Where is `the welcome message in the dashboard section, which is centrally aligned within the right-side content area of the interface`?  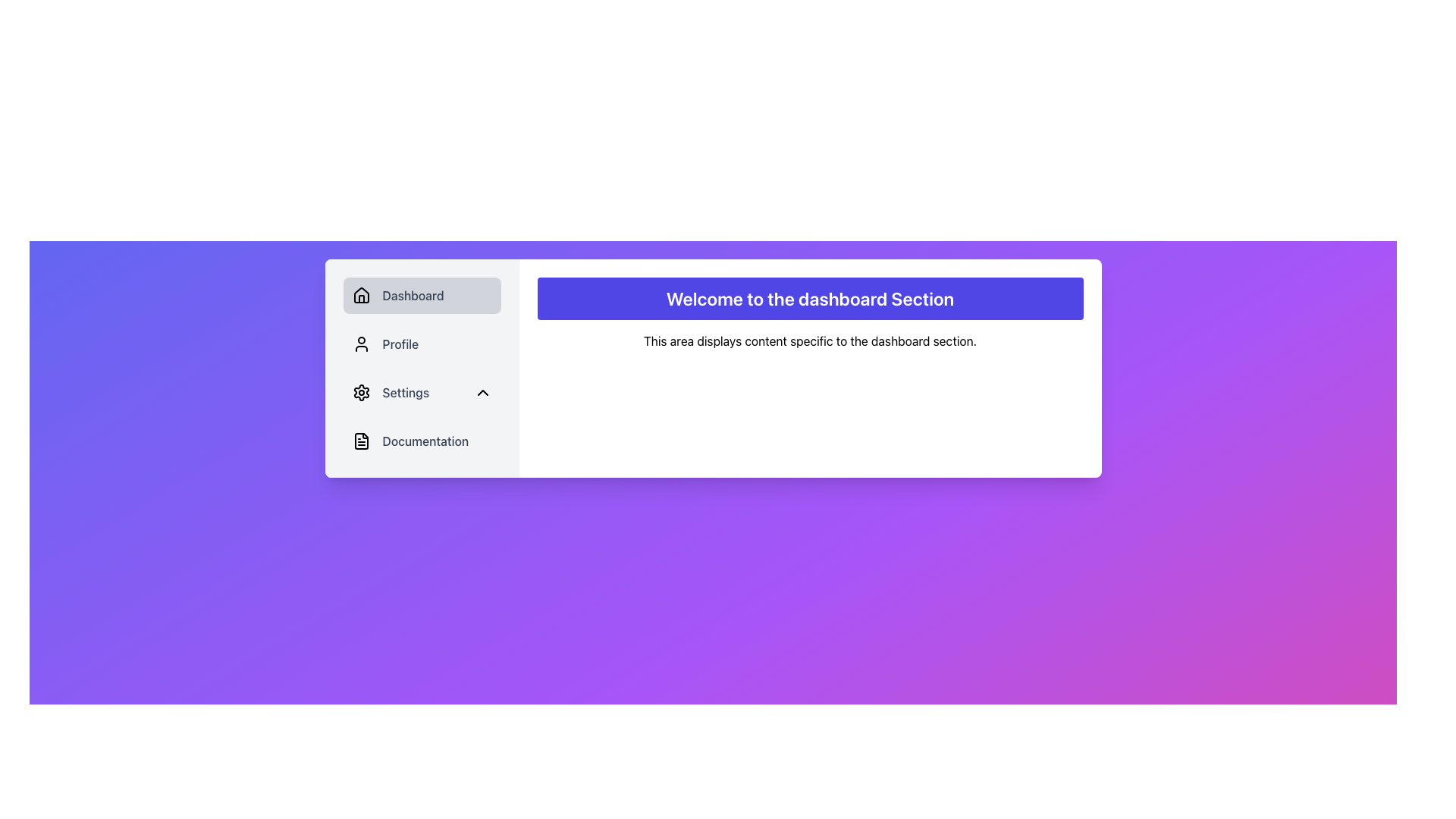
the welcome message in the dashboard section, which is centrally aligned within the right-side content area of the interface is located at coordinates (809, 298).